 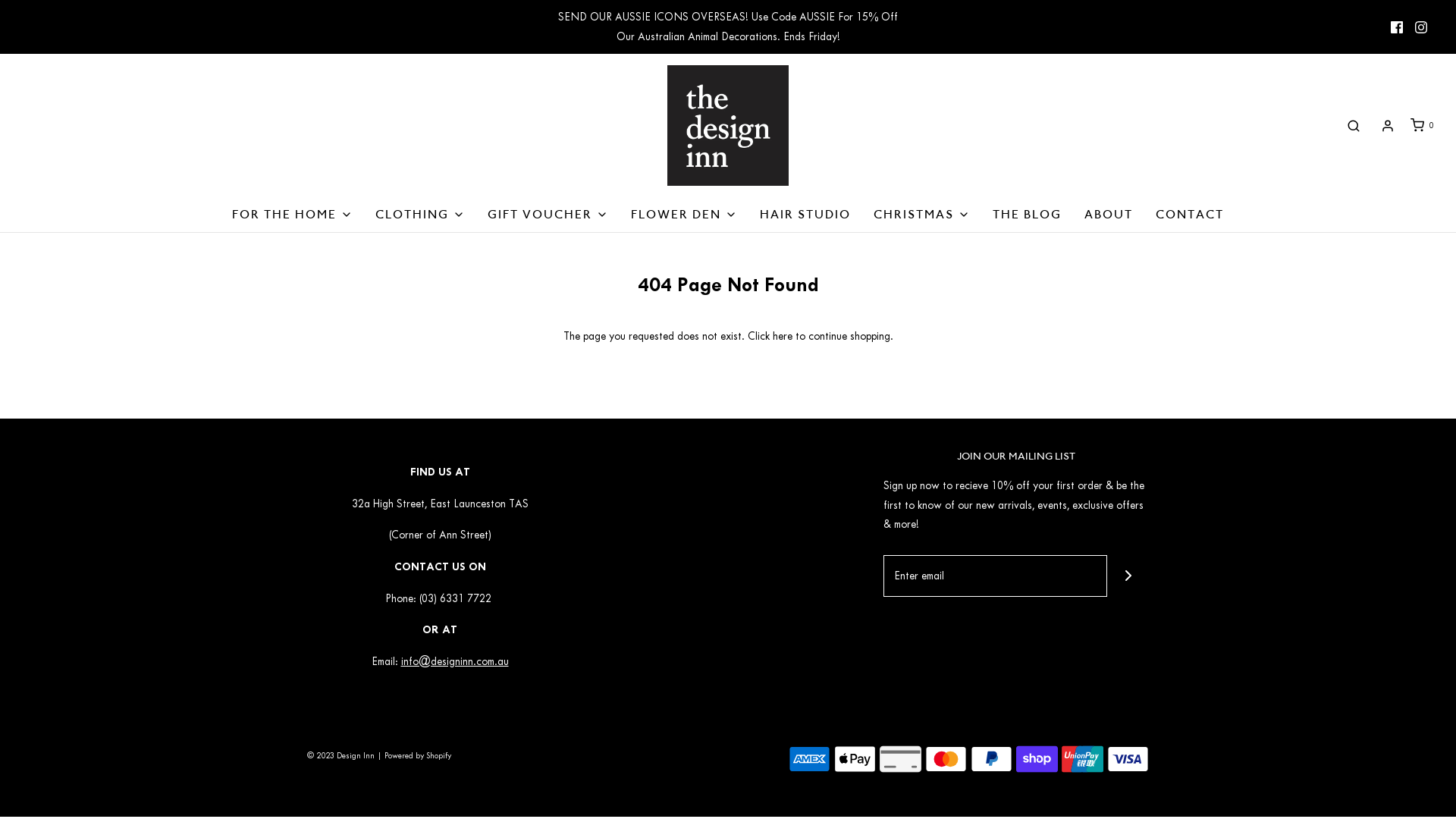 I want to click on 'CHRISTMAS', so click(x=921, y=214).